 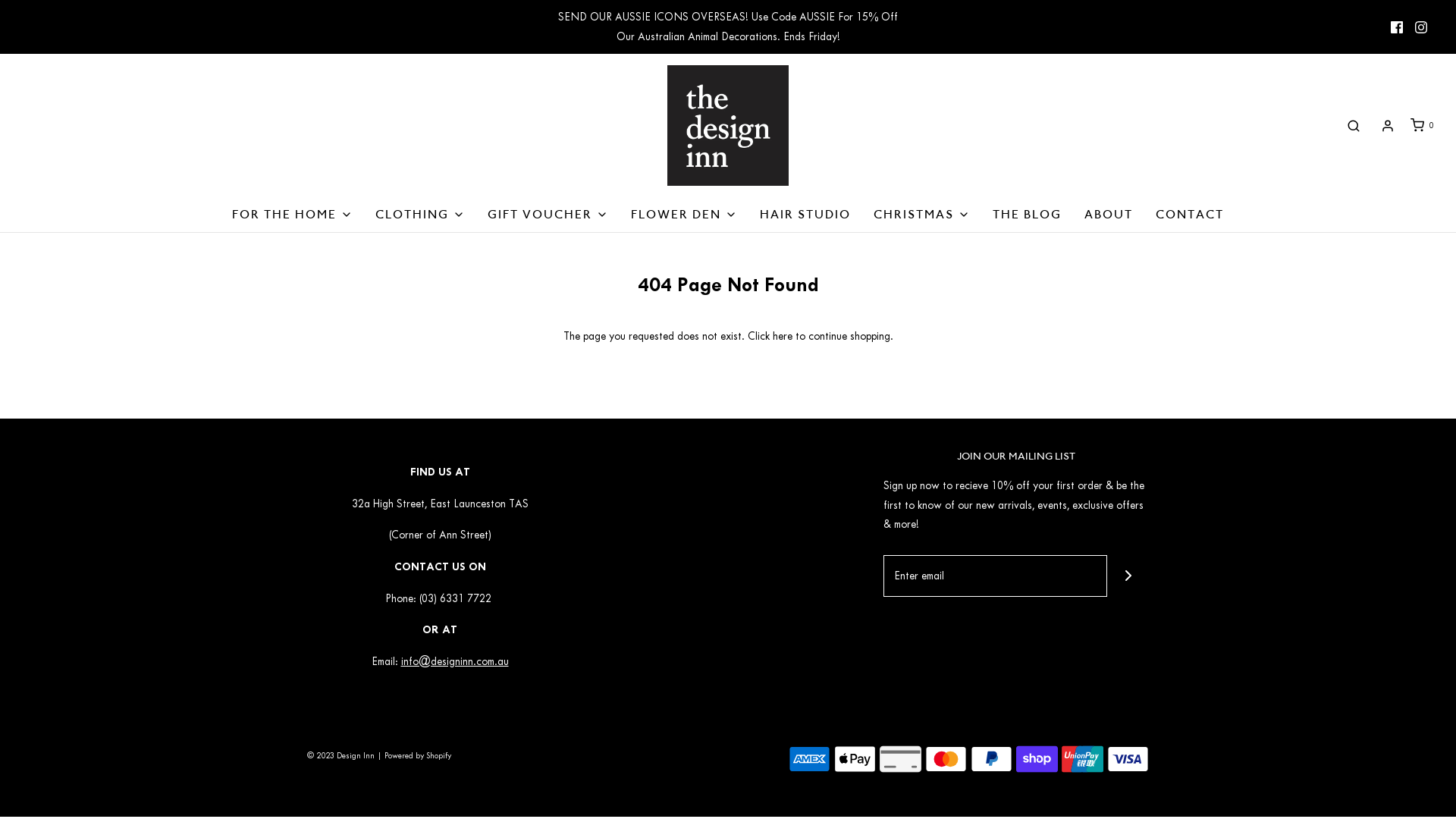 I want to click on 'CHRISTMAS', so click(x=921, y=214).